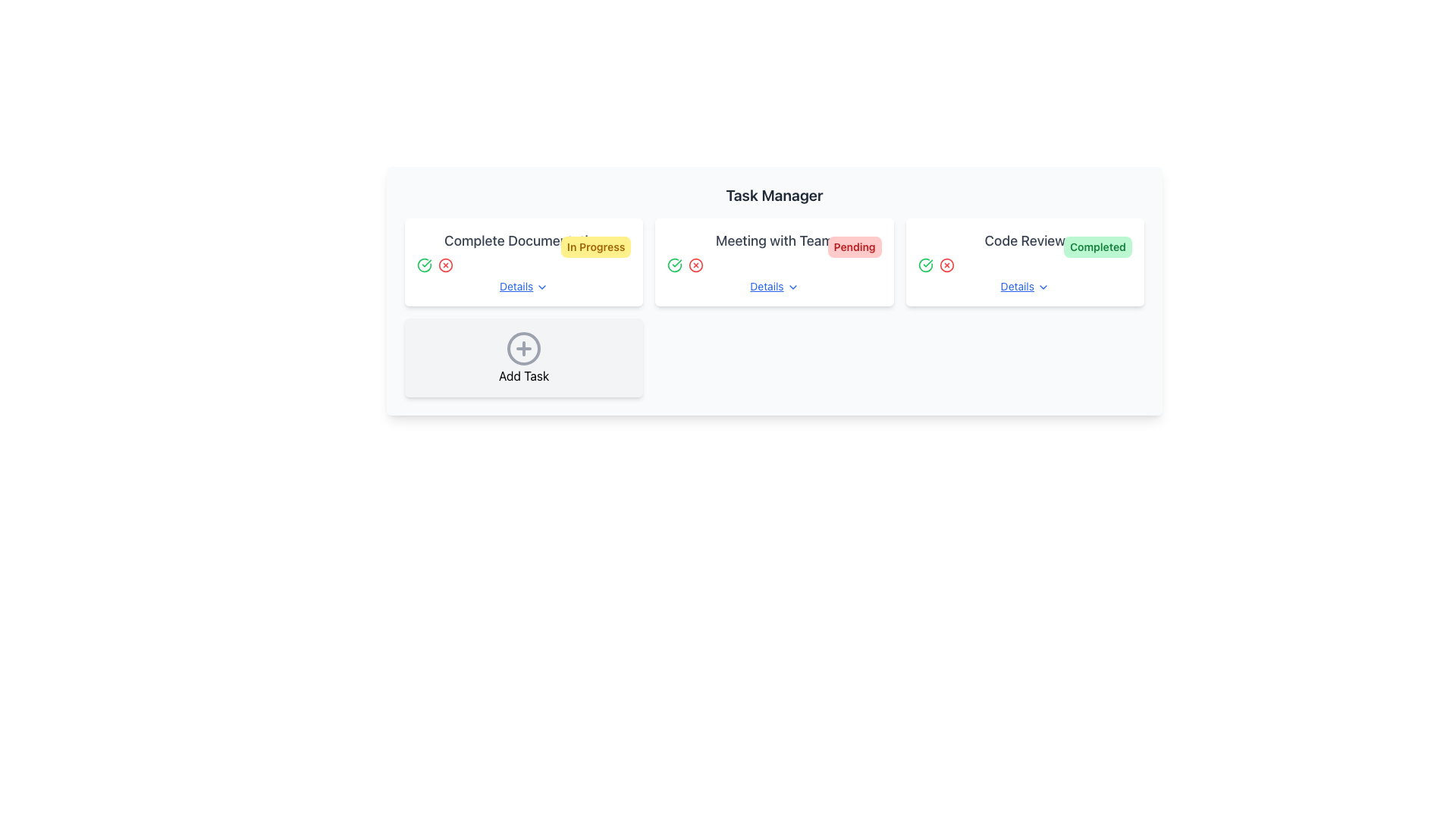  I want to click on the negative action button located within the 'Complete Document' task card, positioned to the right of the green checkmark icon, so click(445, 265).